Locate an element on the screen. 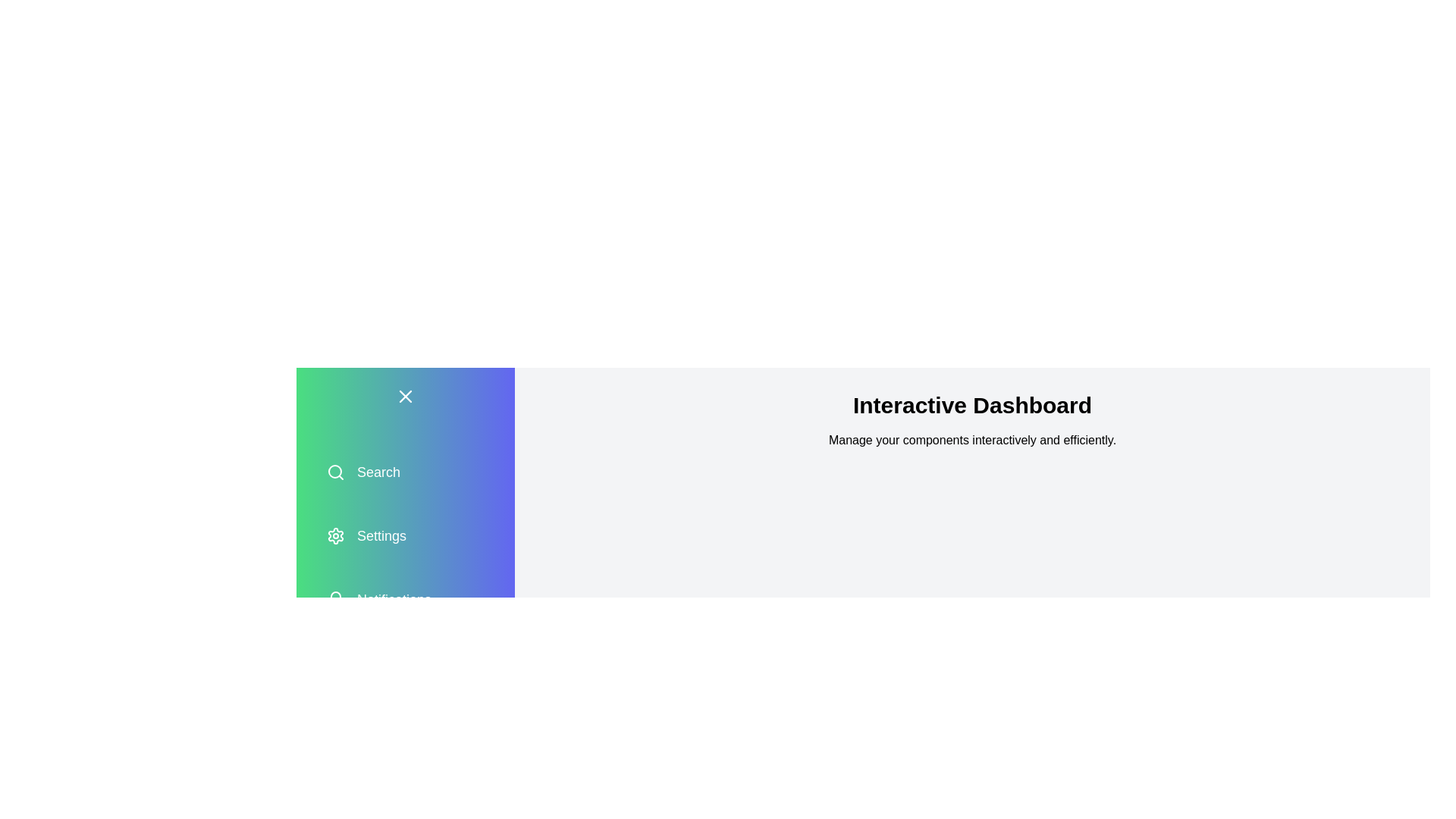 Image resolution: width=1456 pixels, height=819 pixels. the toggle button to change the drawer's state is located at coordinates (405, 396).